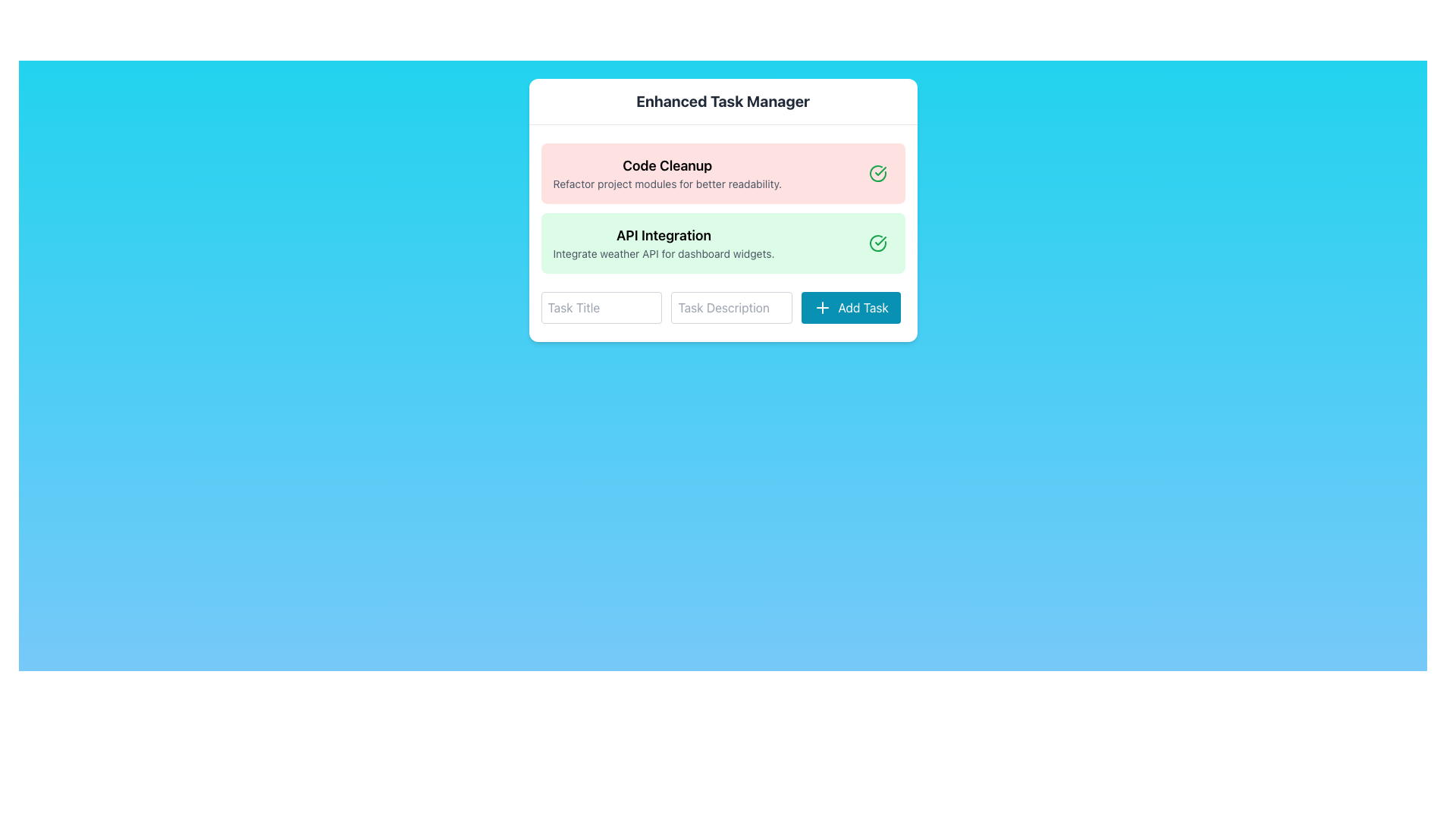 Image resolution: width=1456 pixels, height=819 pixels. Describe the element at coordinates (722, 307) in the screenshot. I see `the text input field used for entering the description of a task to focus on it` at that location.